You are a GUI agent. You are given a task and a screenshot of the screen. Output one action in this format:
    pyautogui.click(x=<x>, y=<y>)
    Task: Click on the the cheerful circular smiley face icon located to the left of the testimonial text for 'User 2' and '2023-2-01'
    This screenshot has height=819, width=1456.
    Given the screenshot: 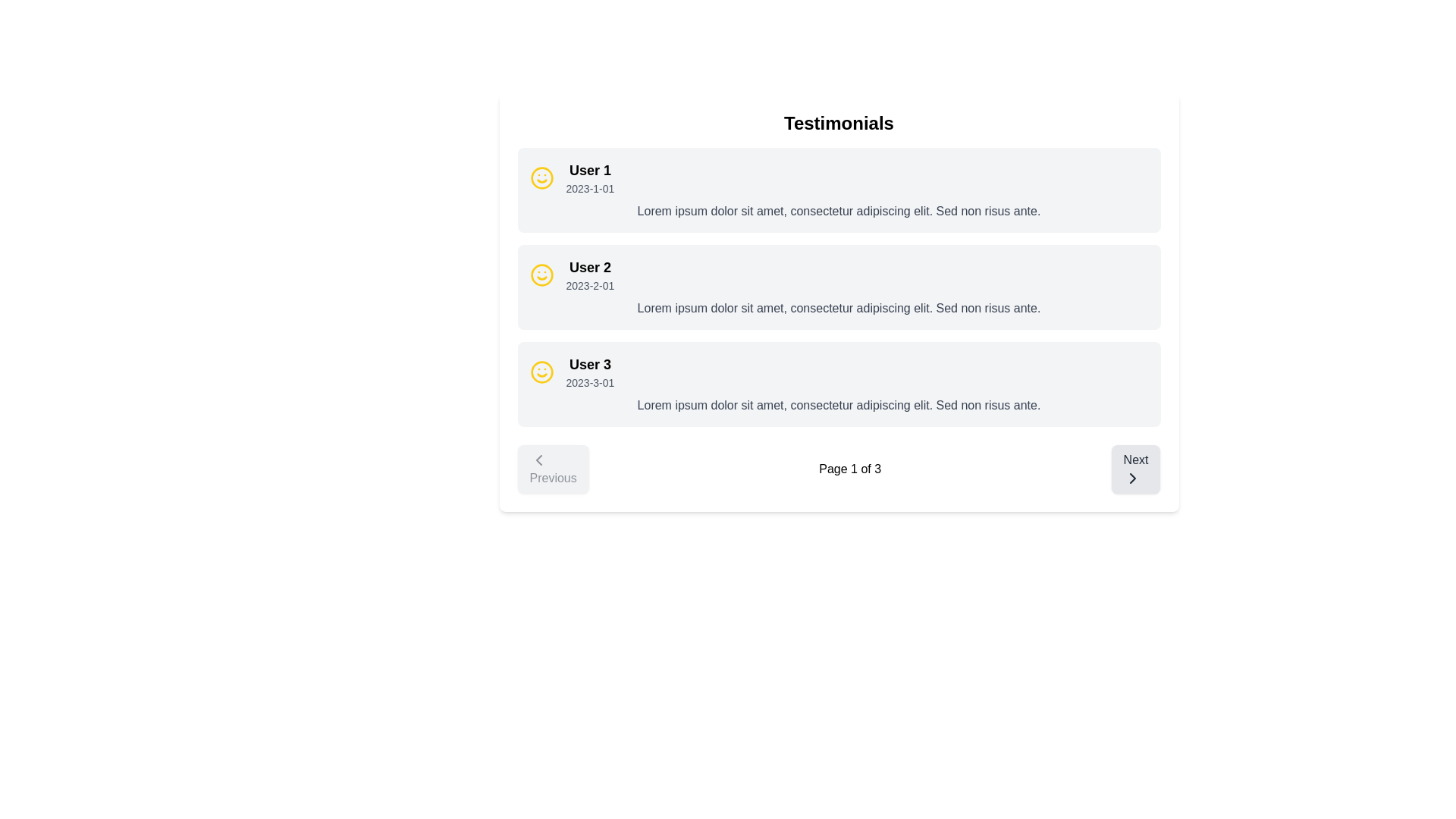 What is the action you would take?
    pyautogui.click(x=541, y=275)
    